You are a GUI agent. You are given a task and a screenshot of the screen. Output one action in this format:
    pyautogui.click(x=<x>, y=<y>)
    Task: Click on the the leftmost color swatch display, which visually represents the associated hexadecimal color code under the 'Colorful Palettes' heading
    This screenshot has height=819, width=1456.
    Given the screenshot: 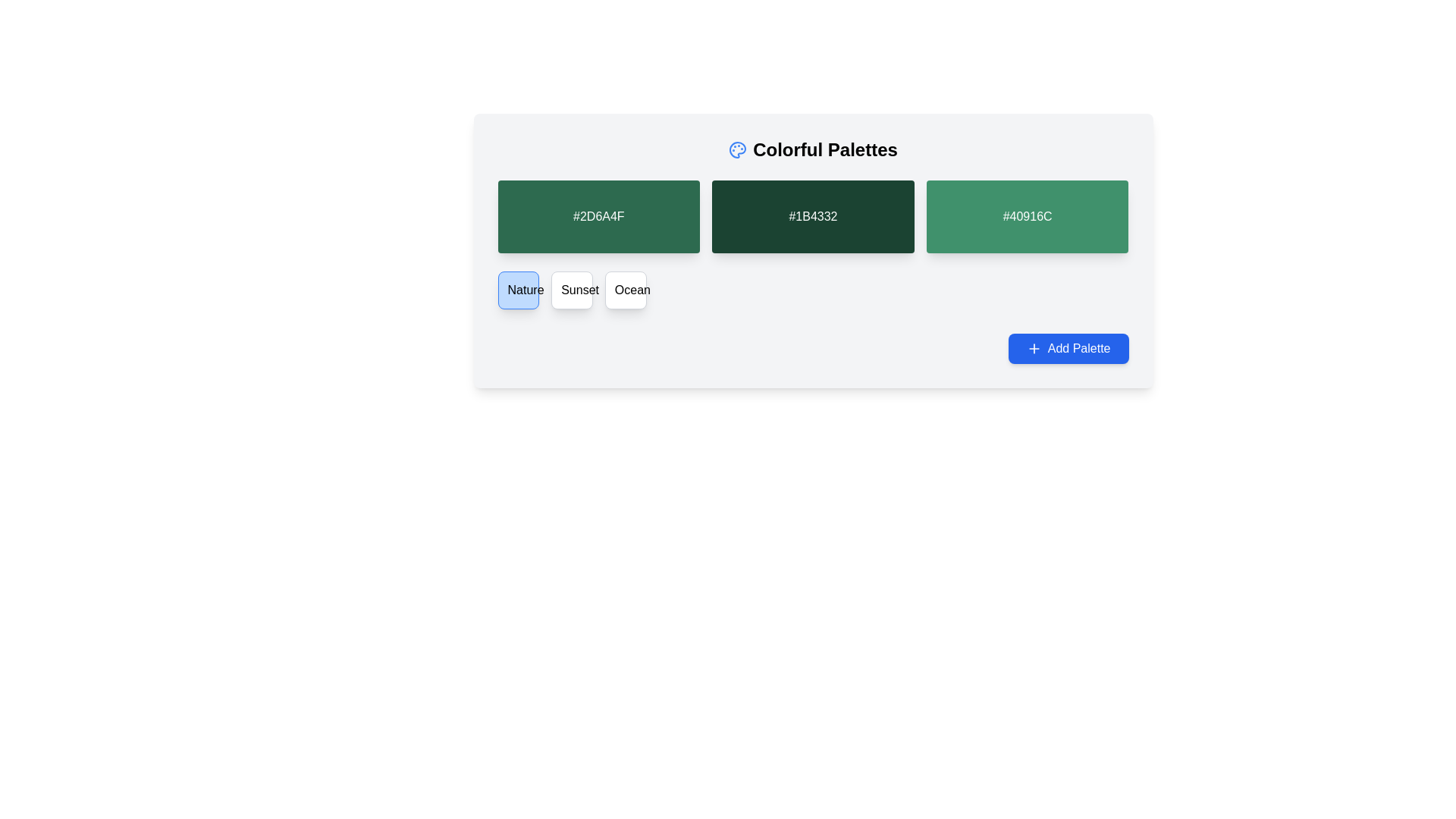 What is the action you would take?
    pyautogui.click(x=598, y=216)
    